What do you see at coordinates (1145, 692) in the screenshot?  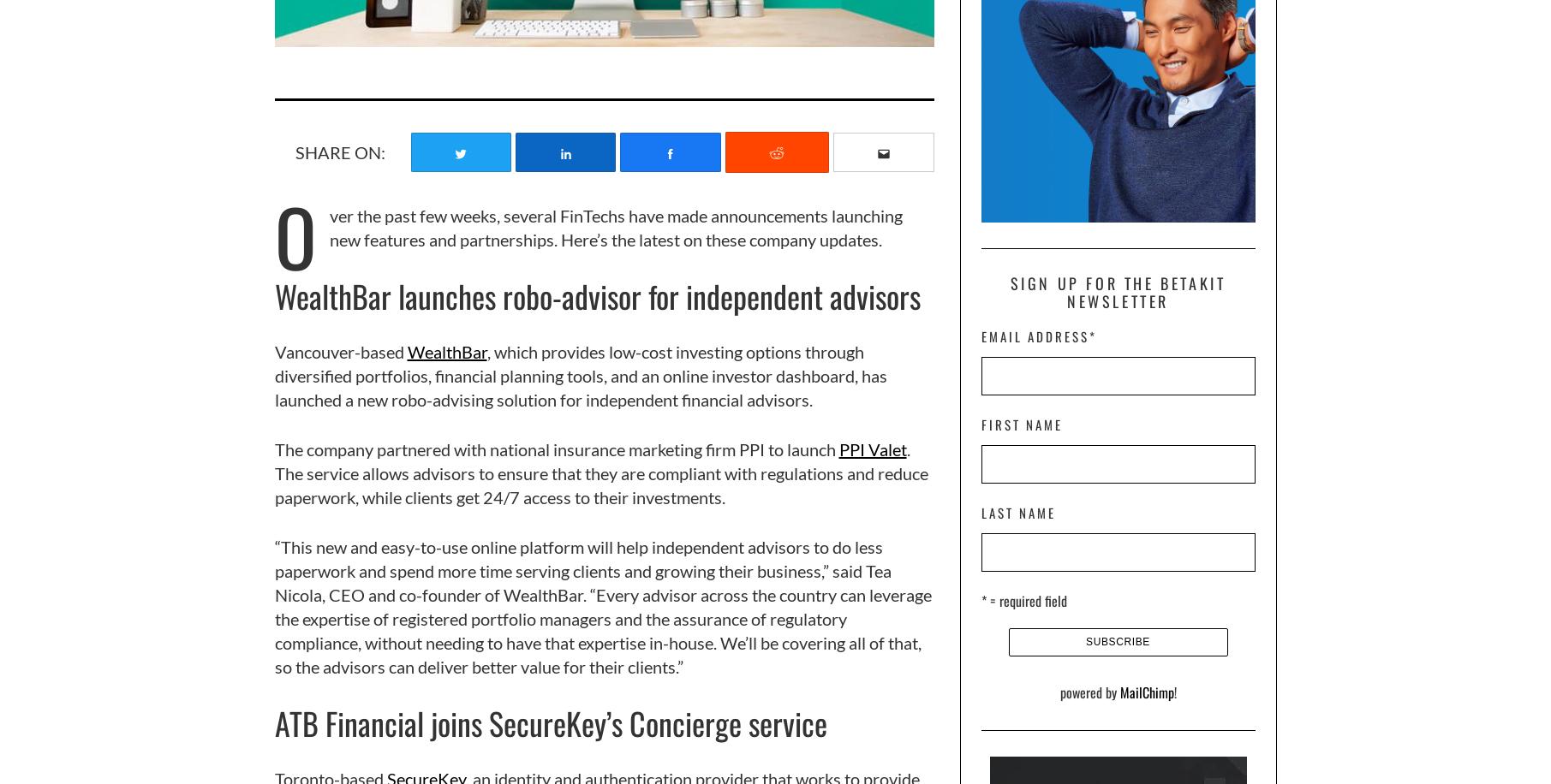 I see `'MailChimp'` at bounding box center [1145, 692].